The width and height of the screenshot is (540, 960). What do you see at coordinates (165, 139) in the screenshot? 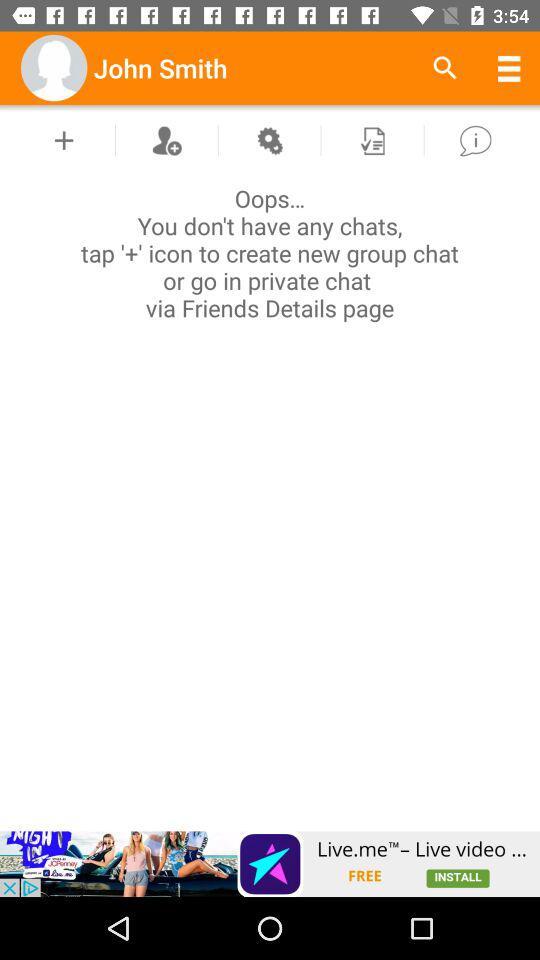
I see `contact` at bounding box center [165, 139].